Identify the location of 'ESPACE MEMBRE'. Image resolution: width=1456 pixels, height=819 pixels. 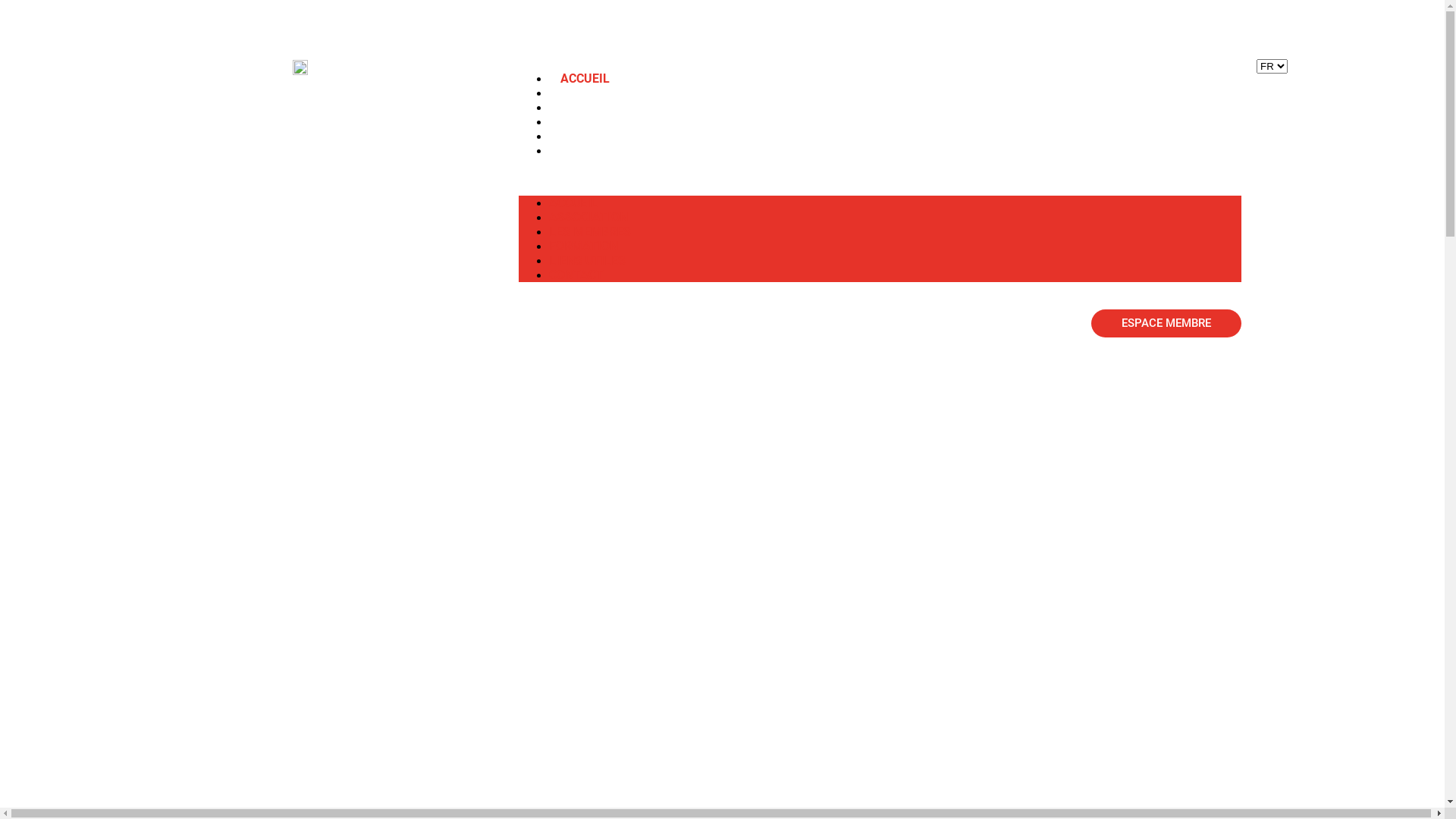
(1090, 322).